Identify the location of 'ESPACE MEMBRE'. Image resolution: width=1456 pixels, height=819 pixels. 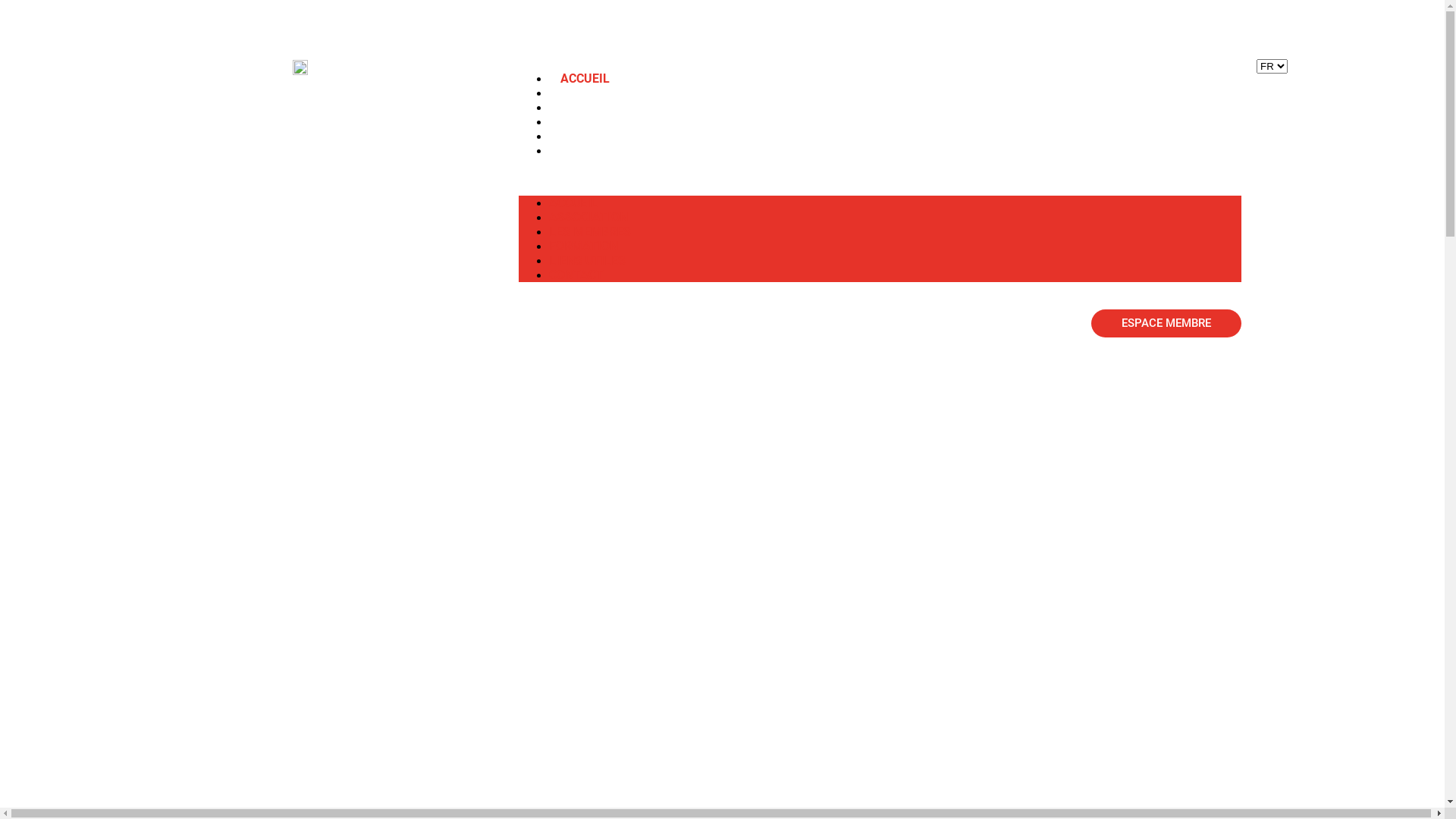
(1090, 322).